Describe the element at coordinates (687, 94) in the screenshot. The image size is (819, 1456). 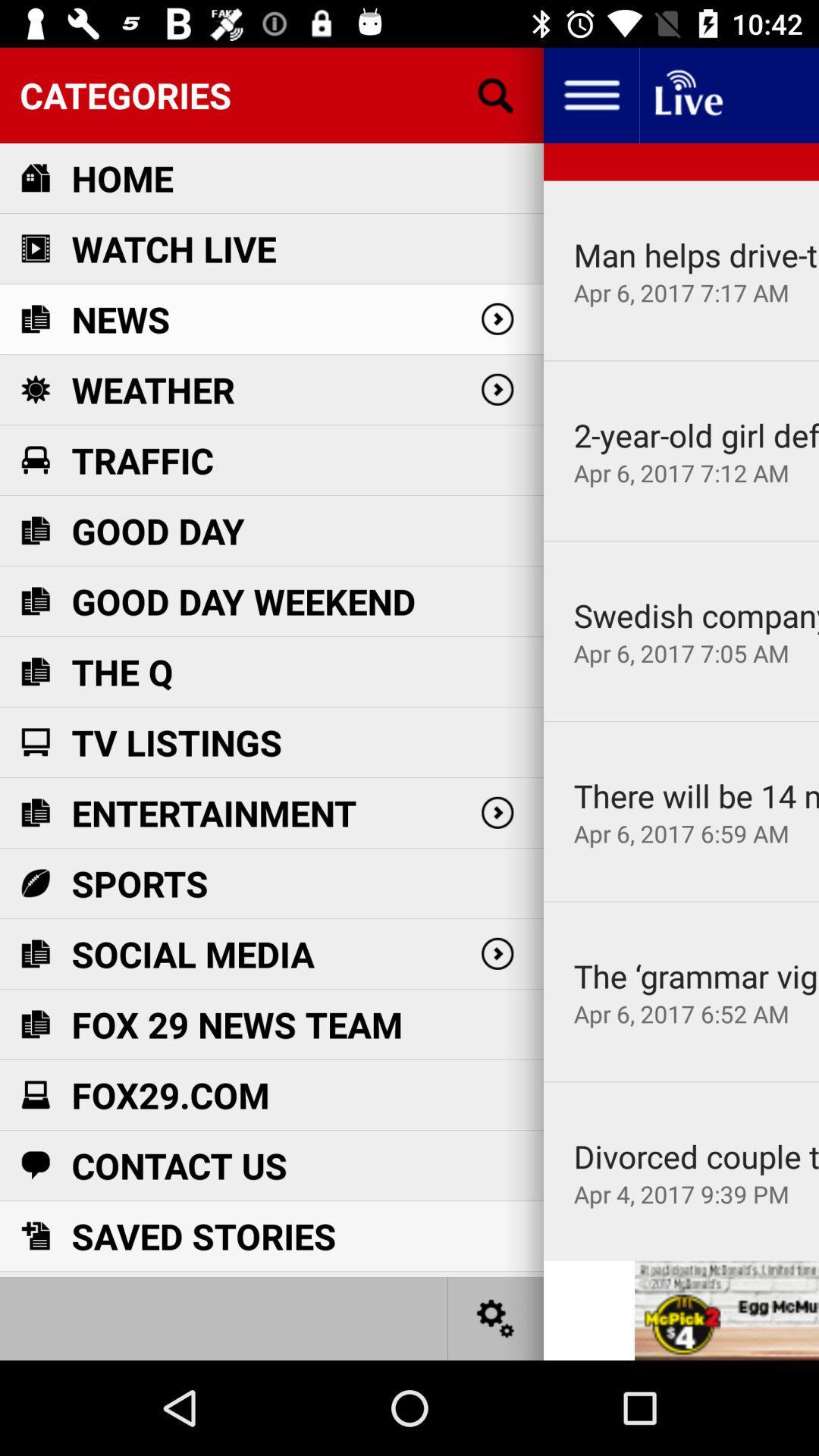
I see `livestream newscast` at that location.